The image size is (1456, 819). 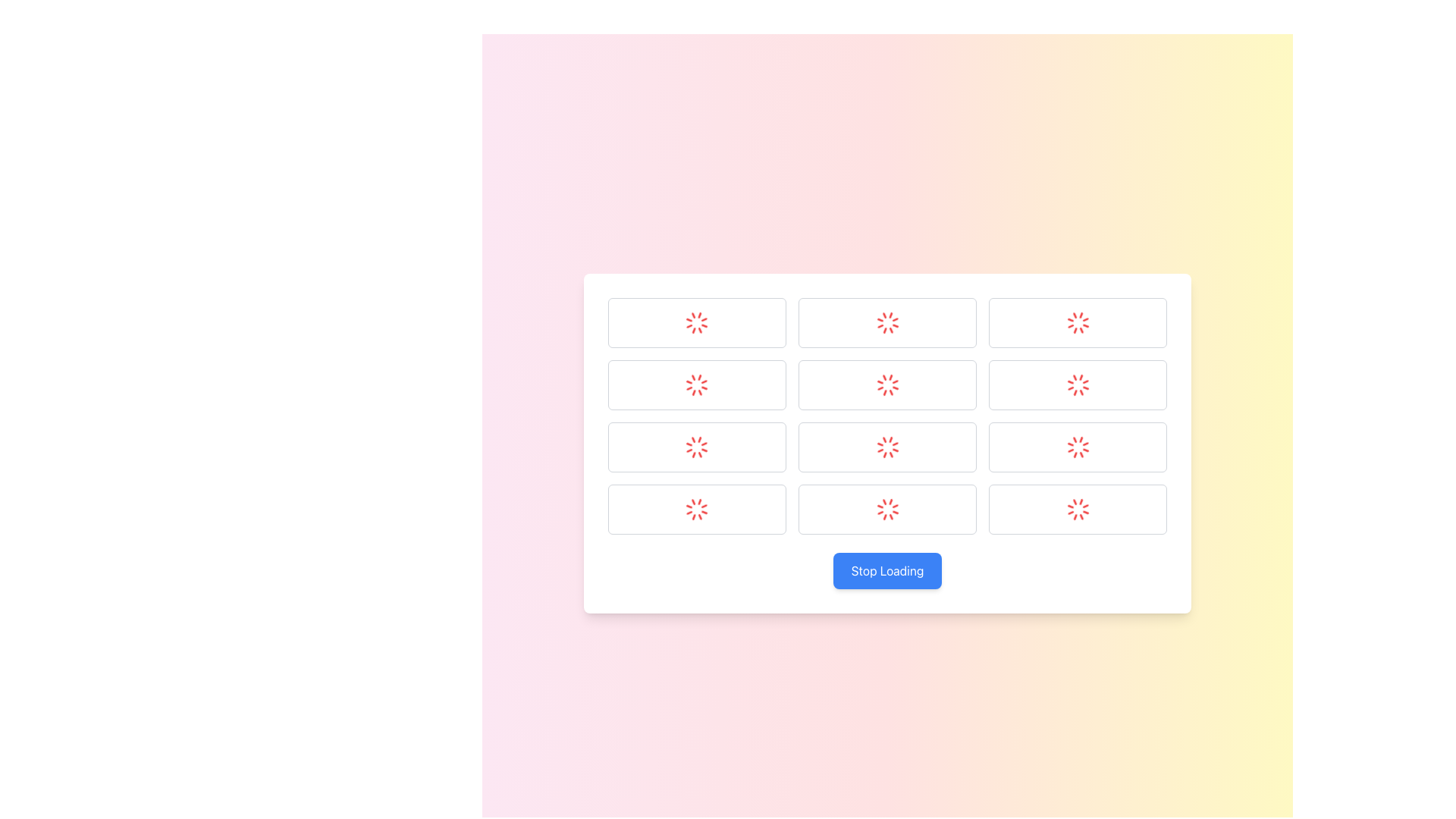 I want to click on the loading icon located in the second row, first column of the grid layout, indicating an ongoing process, so click(x=696, y=384).